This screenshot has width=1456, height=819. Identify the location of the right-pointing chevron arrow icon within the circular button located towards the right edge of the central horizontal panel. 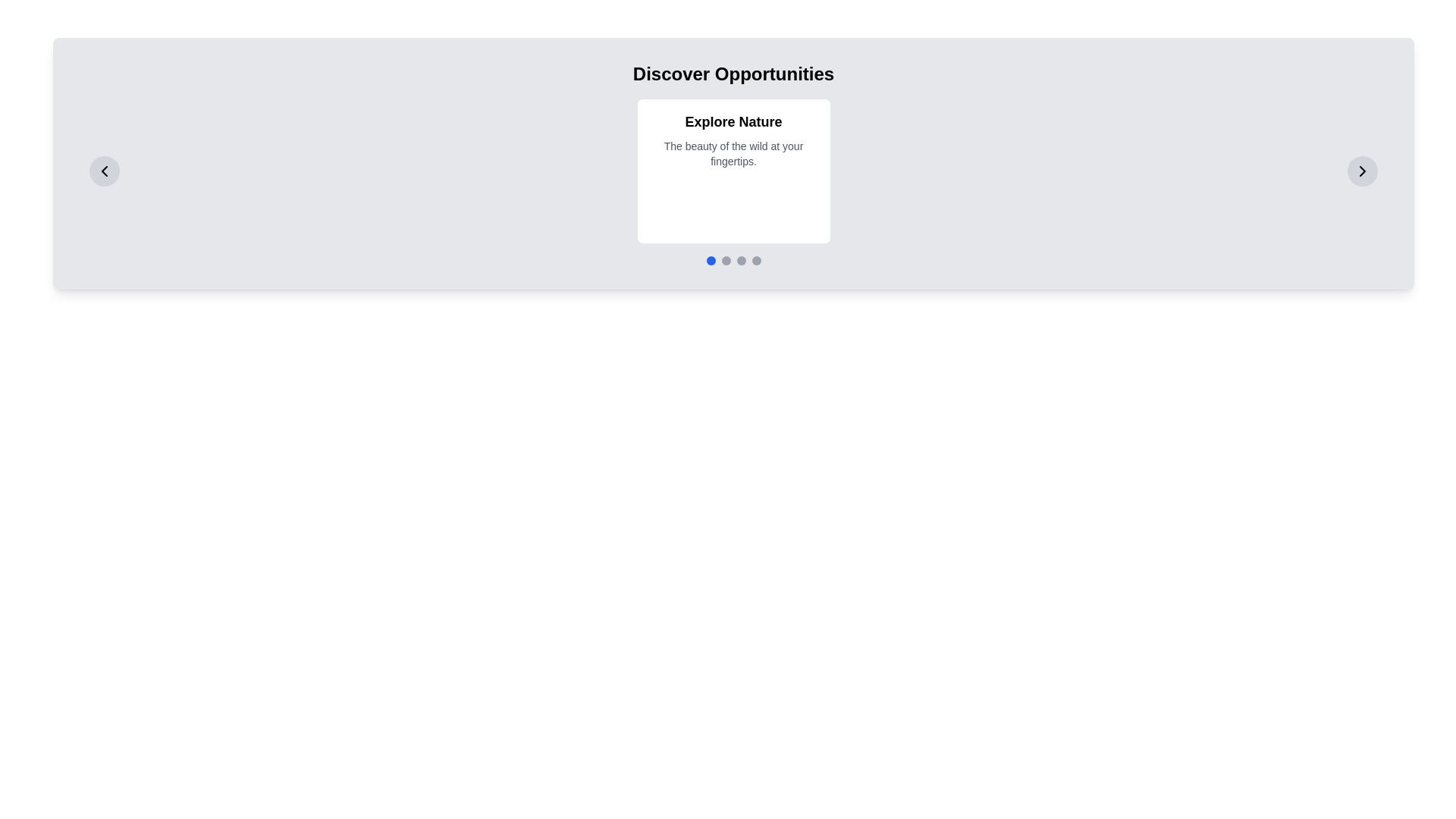
(1362, 171).